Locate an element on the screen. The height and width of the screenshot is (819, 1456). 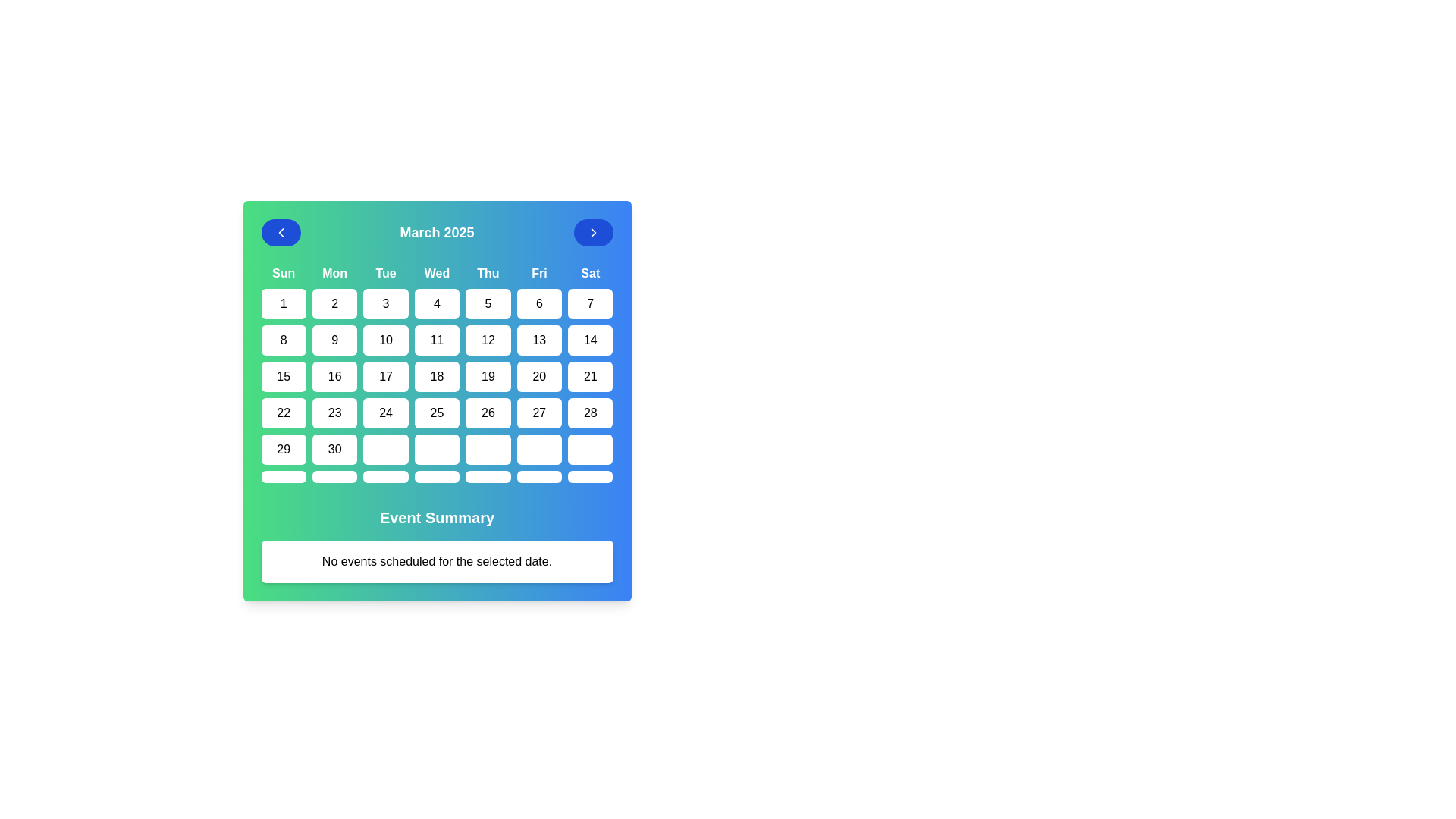
the date button for the 27th in the calendar interface, located under the 'Fri' column and in the sixth row and sixth column, to change its background color is located at coordinates (539, 413).